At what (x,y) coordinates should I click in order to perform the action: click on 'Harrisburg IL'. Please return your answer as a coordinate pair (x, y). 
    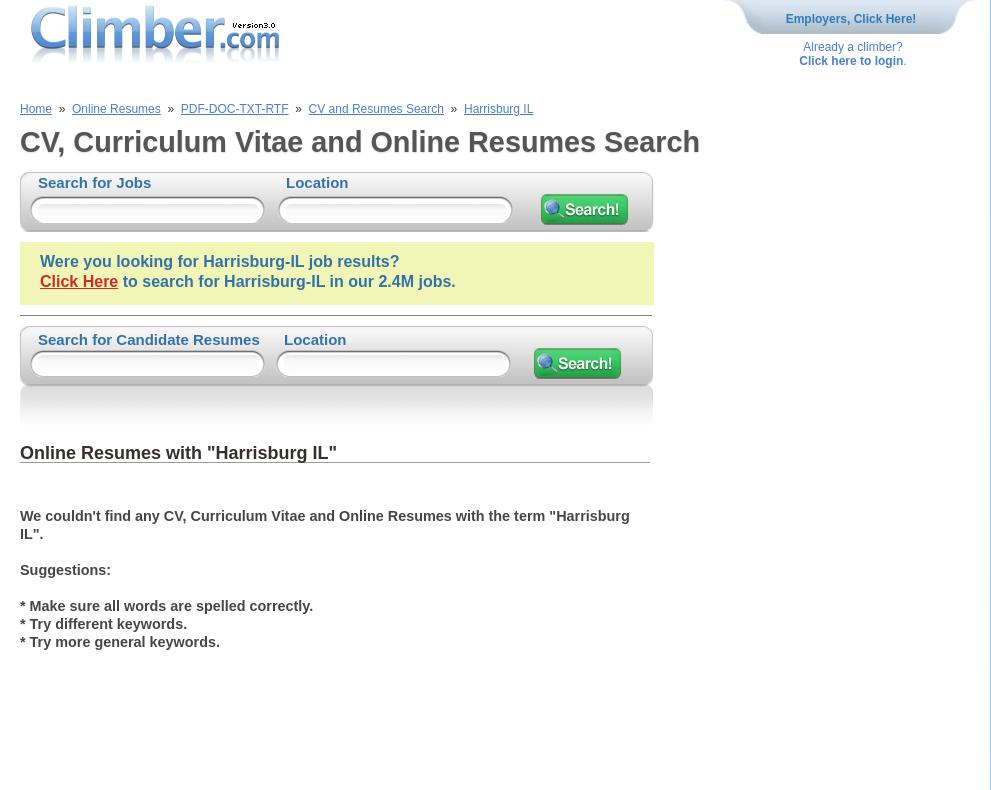
    Looking at the image, I should click on (497, 109).